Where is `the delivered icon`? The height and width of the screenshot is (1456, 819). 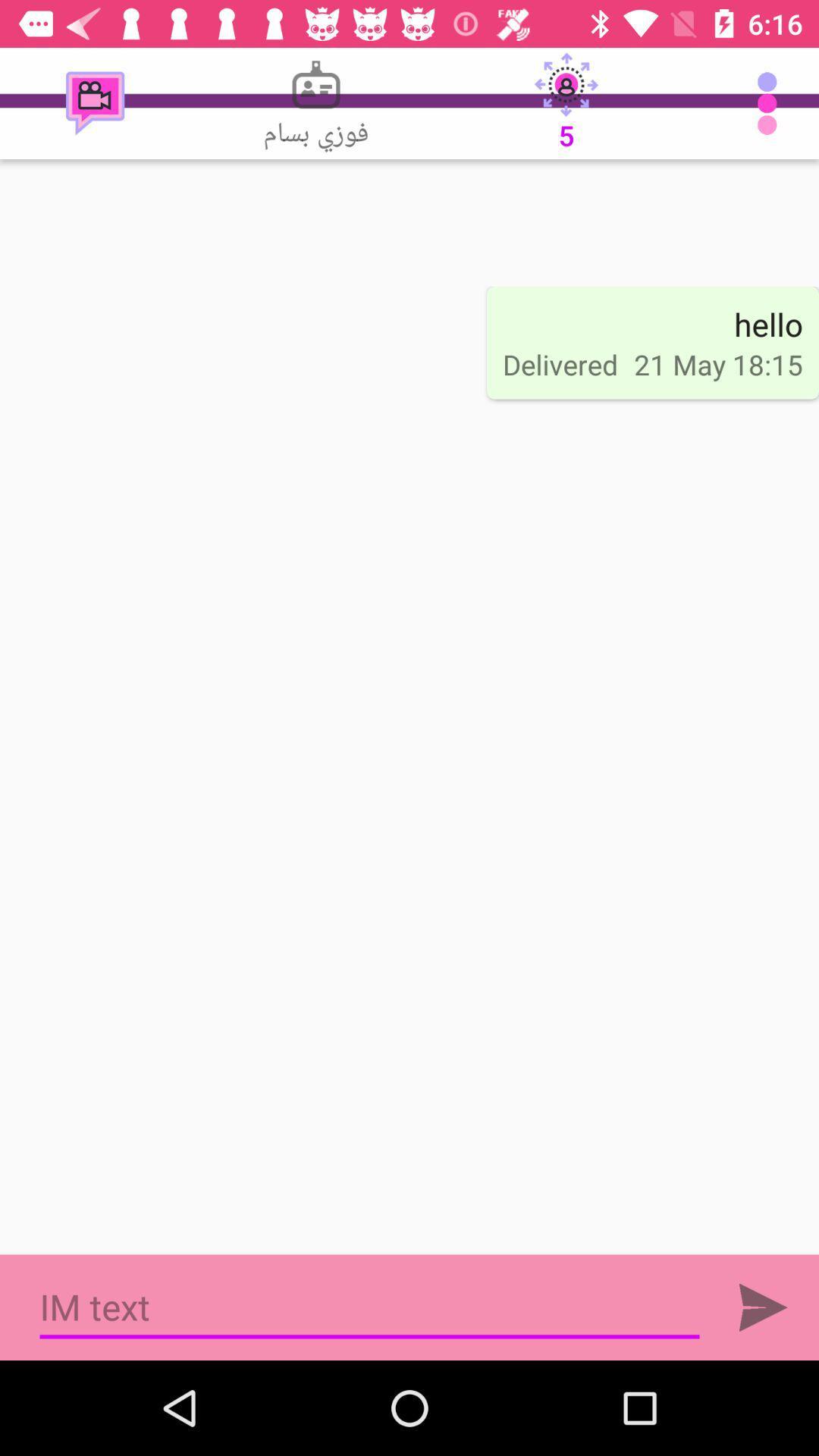
the delivered icon is located at coordinates (560, 364).